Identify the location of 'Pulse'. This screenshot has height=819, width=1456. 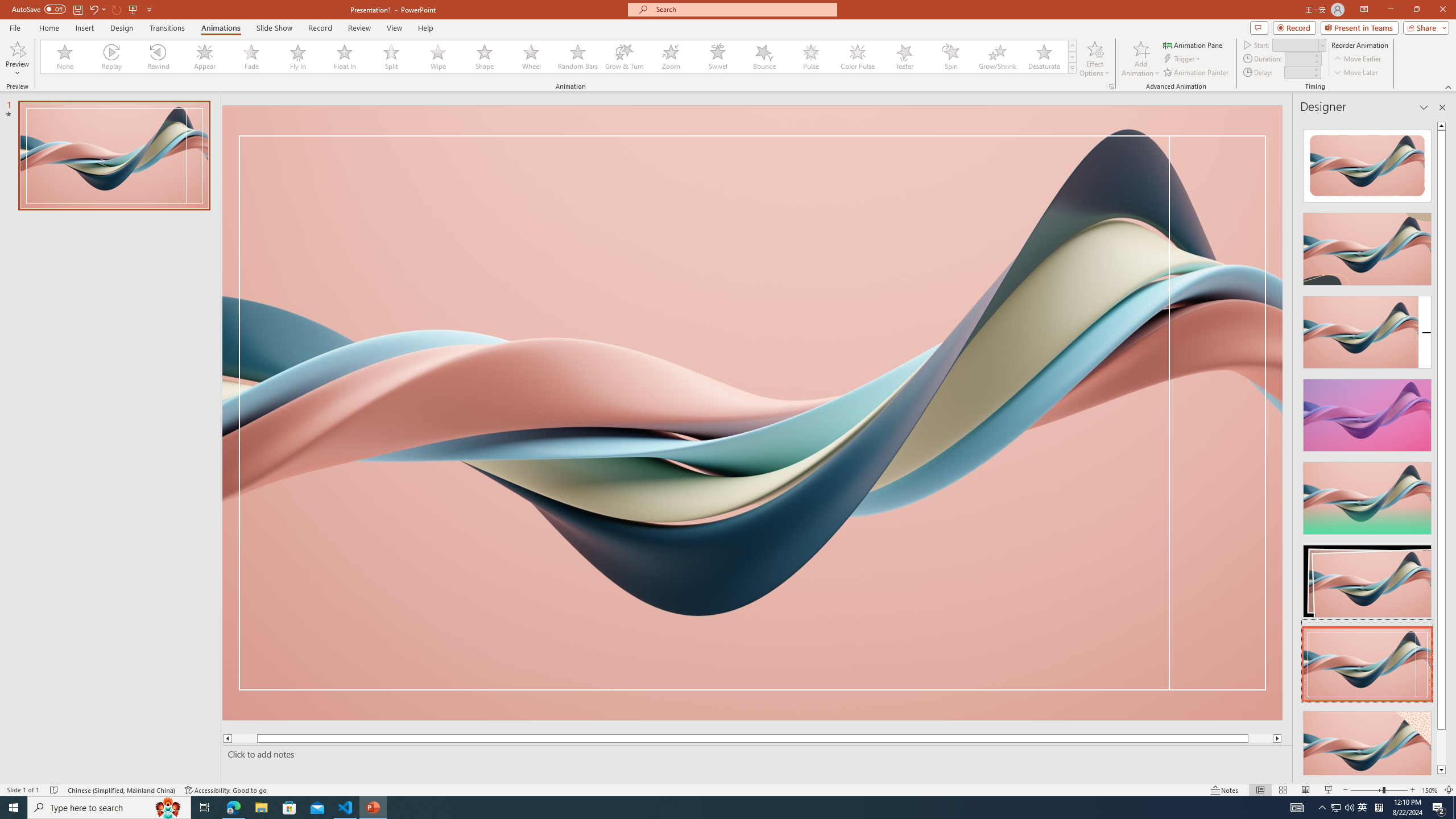
(810, 56).